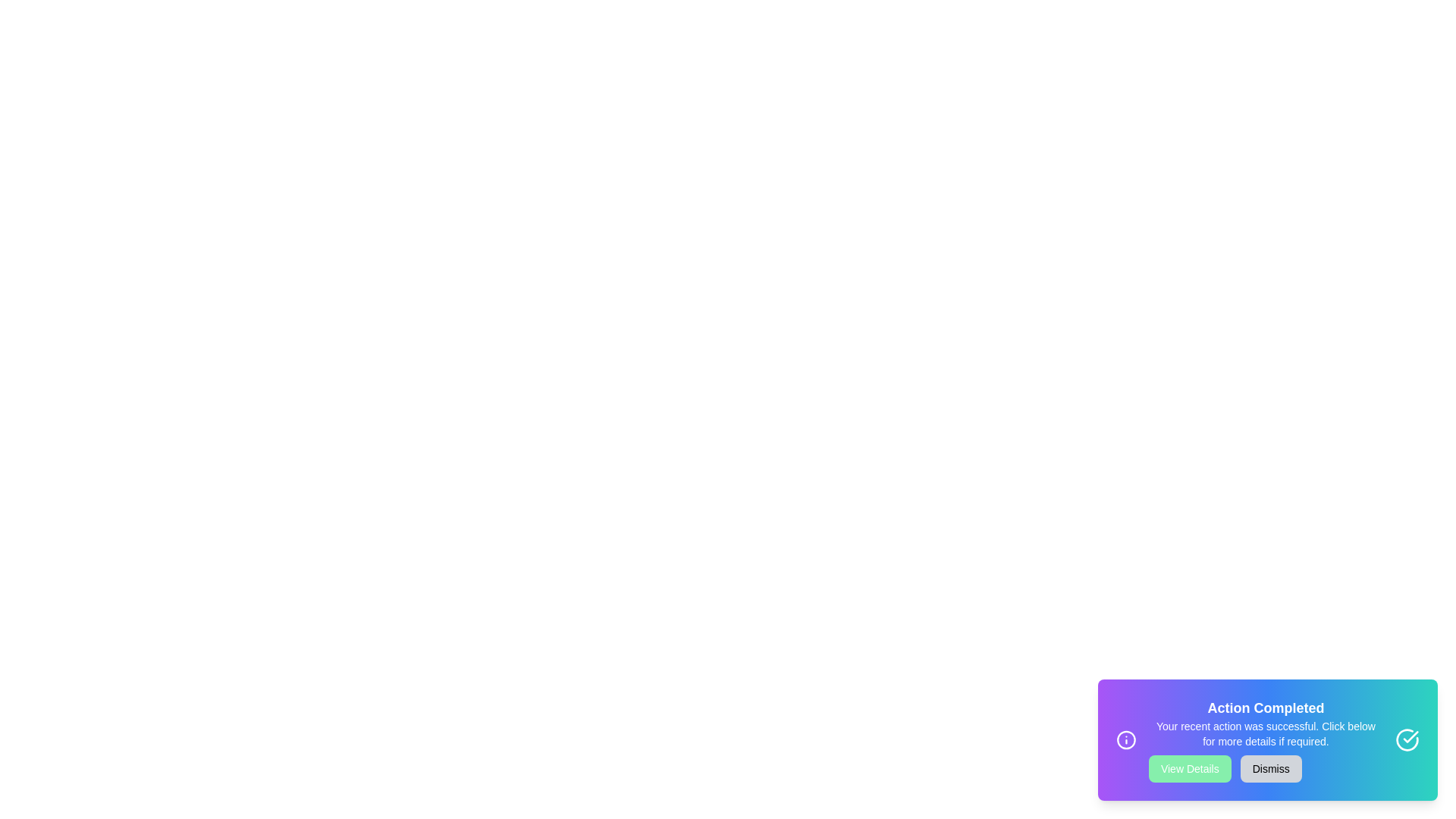  What do you see at coordinates (1270, 769) in the screenshot?
I see `'Dismiss' button to close the snackbar` at bounding box center [1270, 769].